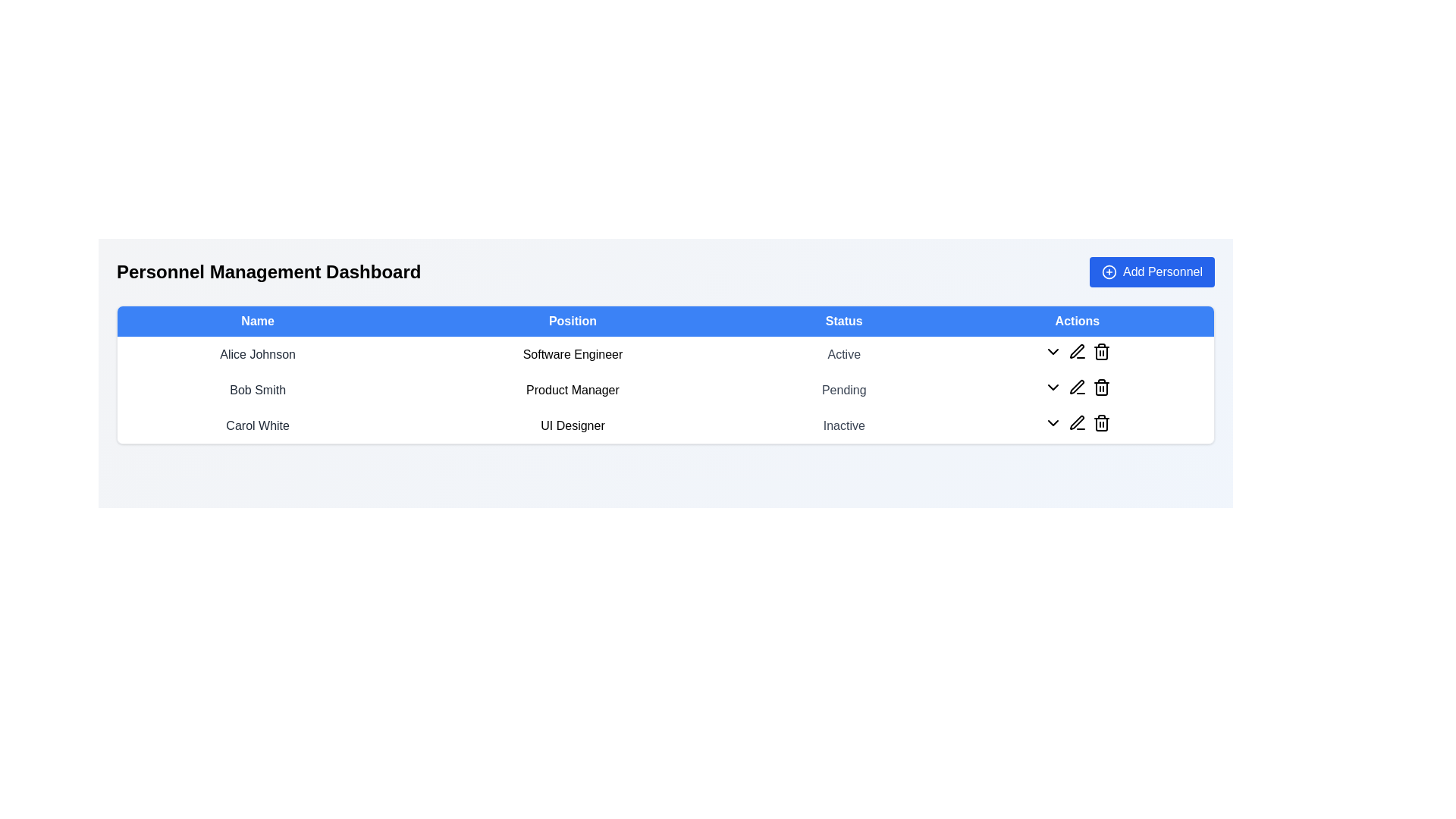 This screenshot has height=819, width=1456. What do you see at coordinates (258, 389) in the screenshot?
I see `the static text displaying the name of the second personnel in the management dashboard, located in the 'Name' column between 'Alice Johnson' and 'Carol White'` at bounding box center [258, 389].